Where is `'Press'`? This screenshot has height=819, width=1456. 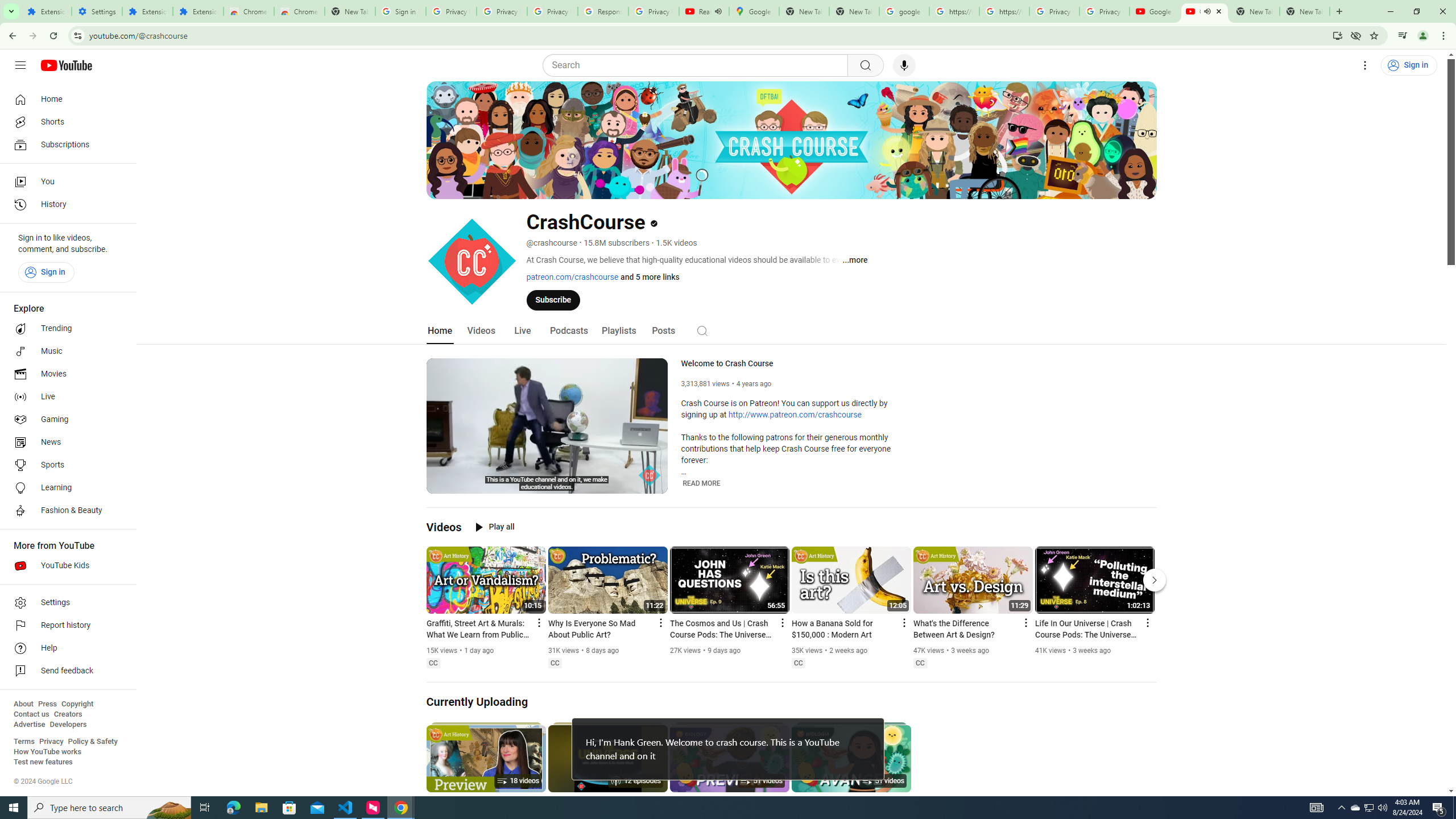 'Press' is located at coordinates (47, 704).